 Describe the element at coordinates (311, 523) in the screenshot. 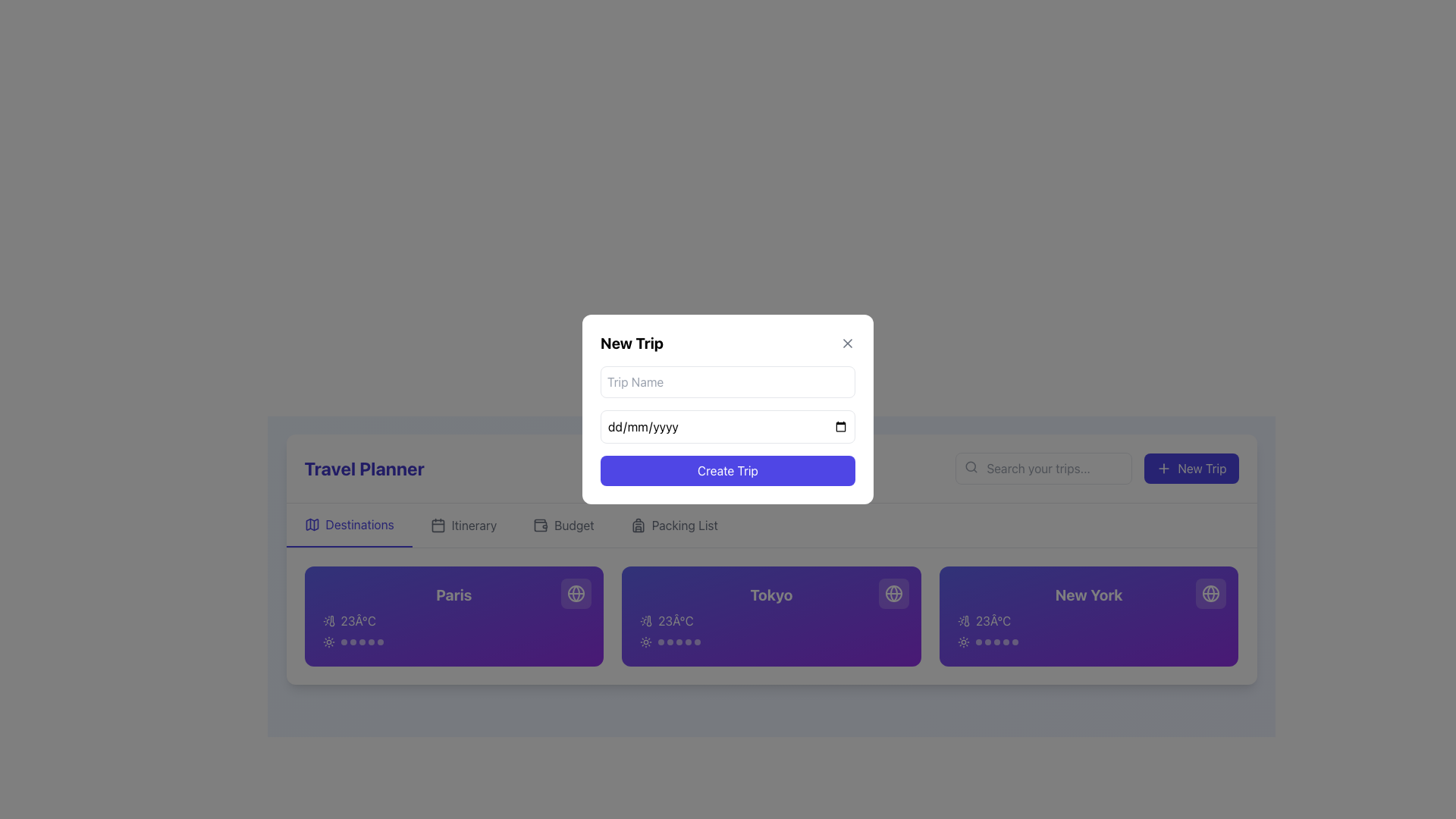

I see `the SVG icon resembling a map located to the immediate left of the 'Destinations' text under the 'Travel Planner' heading` at that location.